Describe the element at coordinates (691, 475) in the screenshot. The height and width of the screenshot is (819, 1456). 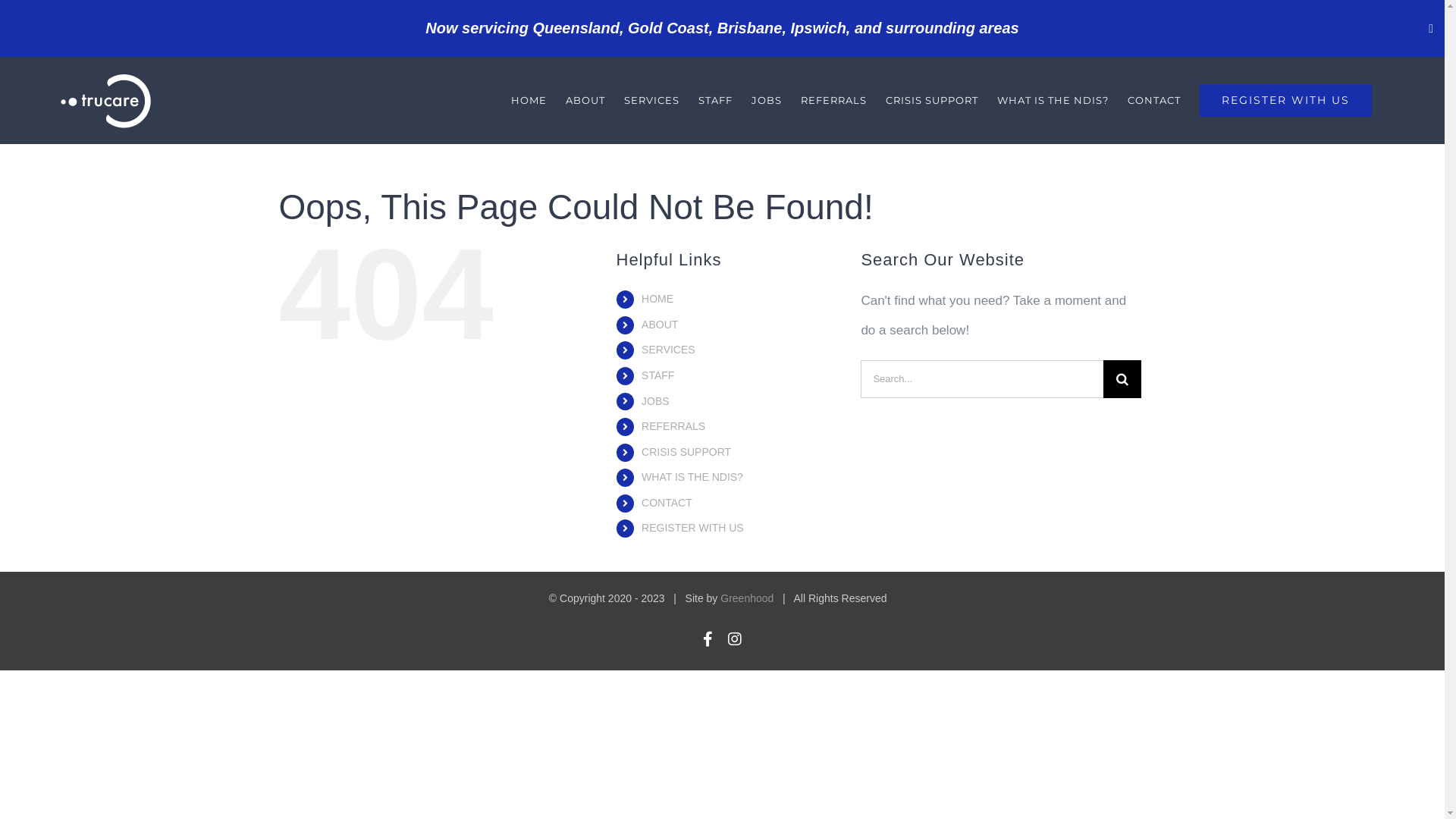
I see `'WHAT IS THE NDIS?'` at that location.